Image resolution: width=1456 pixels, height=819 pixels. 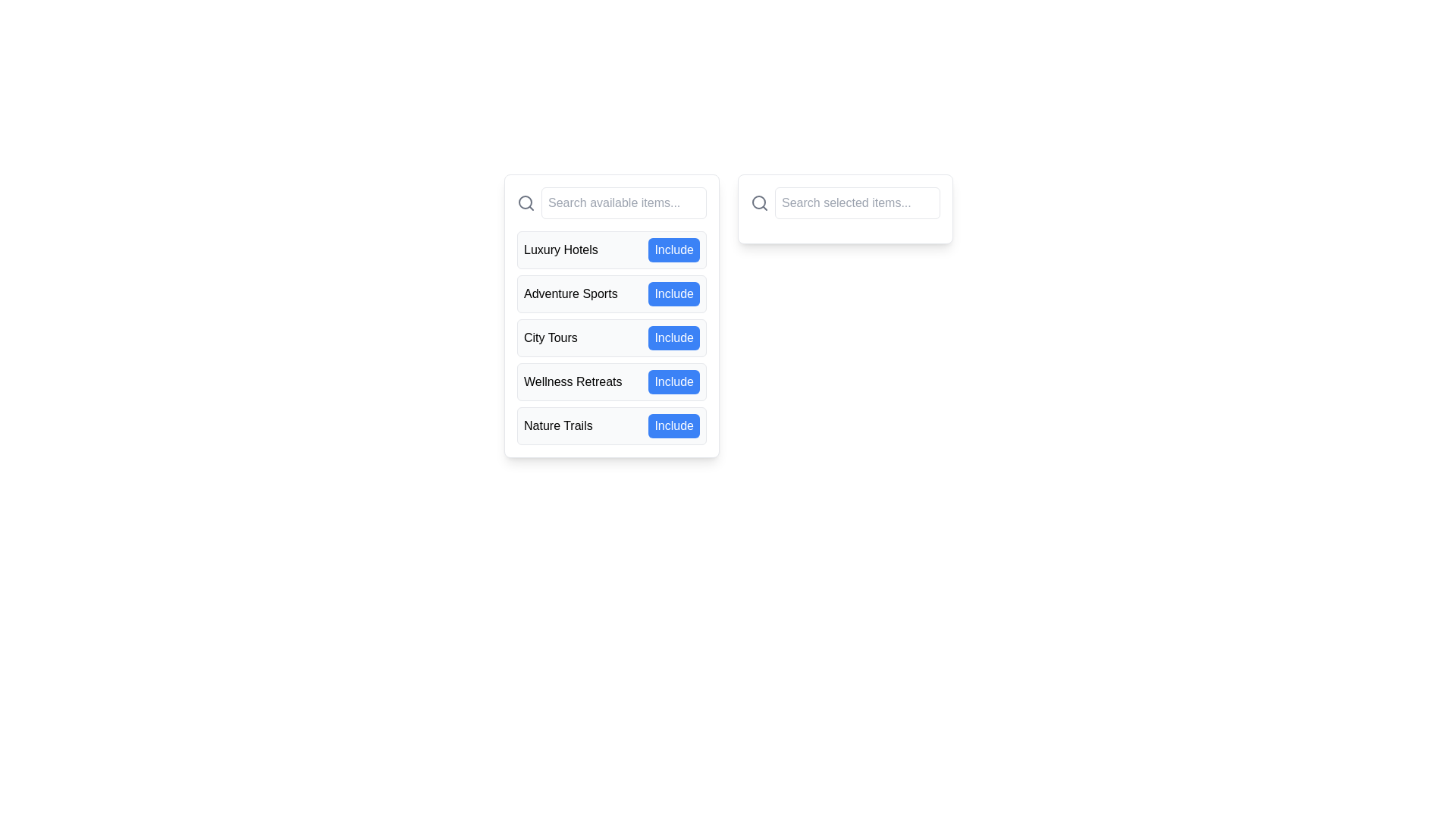 What do you see at coordinates (673, 249) in the screenshot?
I see `the 'Include' button, which is a rounded rectangular button with a blue background and white text, located in the list of options for 'Luxury Hotels'` at bounding box center [673, 249].